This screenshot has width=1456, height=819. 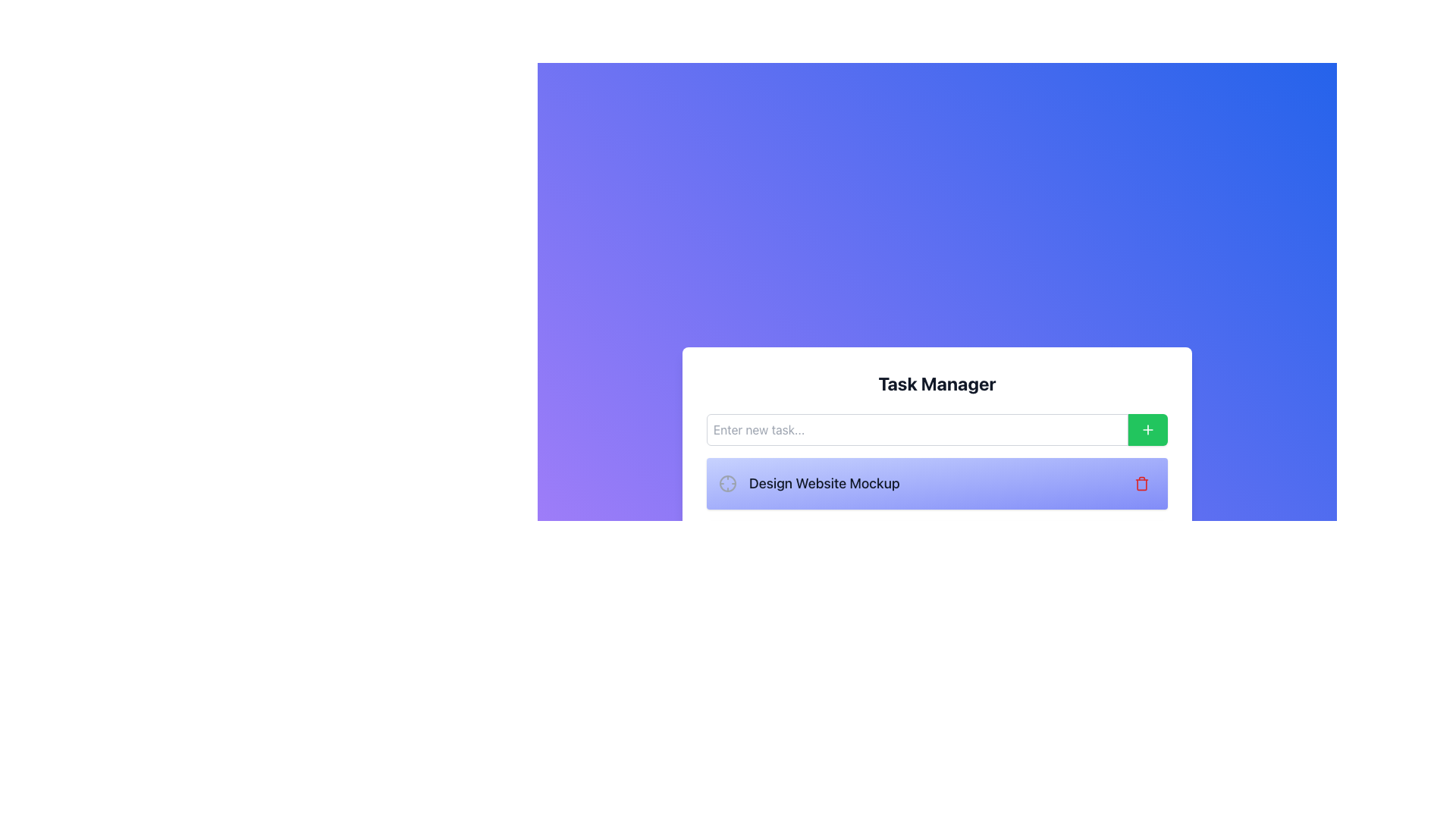 I want to click on the text label reading 'Design Website Mockup', so click(x=824, y=483).